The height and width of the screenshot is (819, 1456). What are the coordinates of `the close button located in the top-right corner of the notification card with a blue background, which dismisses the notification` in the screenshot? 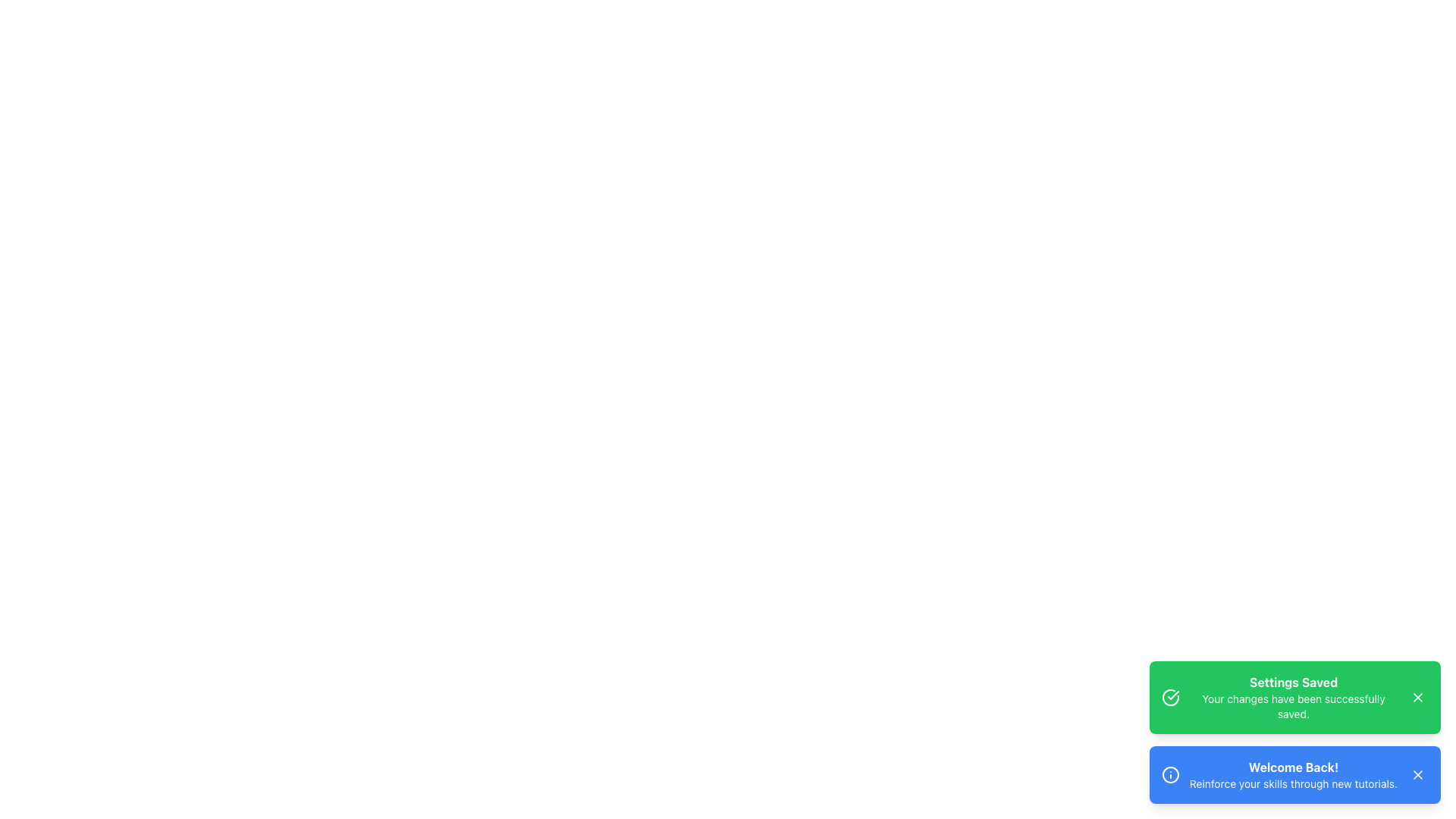 It's located at (1417, 775).